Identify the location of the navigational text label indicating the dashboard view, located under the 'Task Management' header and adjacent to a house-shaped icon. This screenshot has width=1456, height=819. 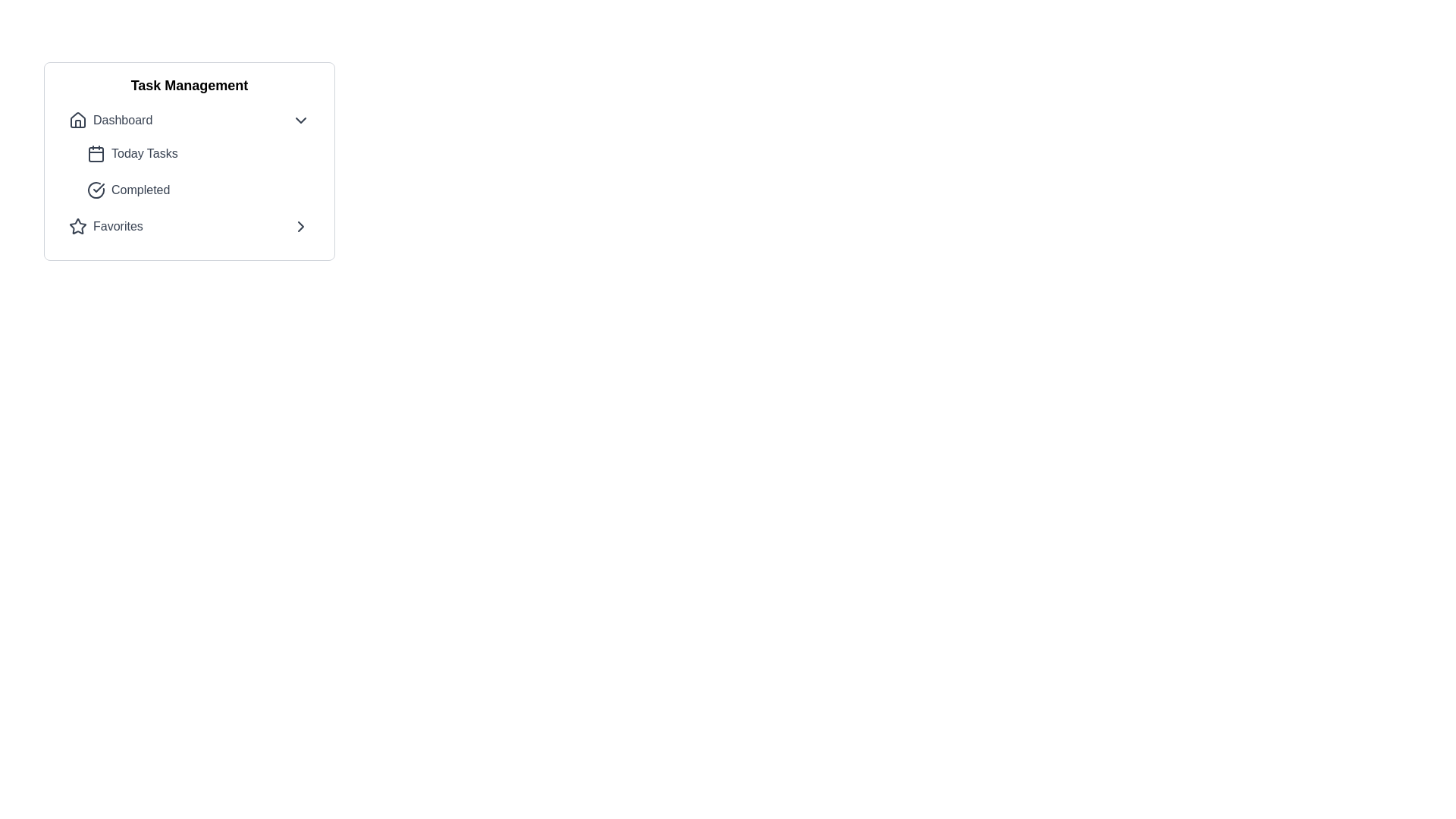
(123, 119).